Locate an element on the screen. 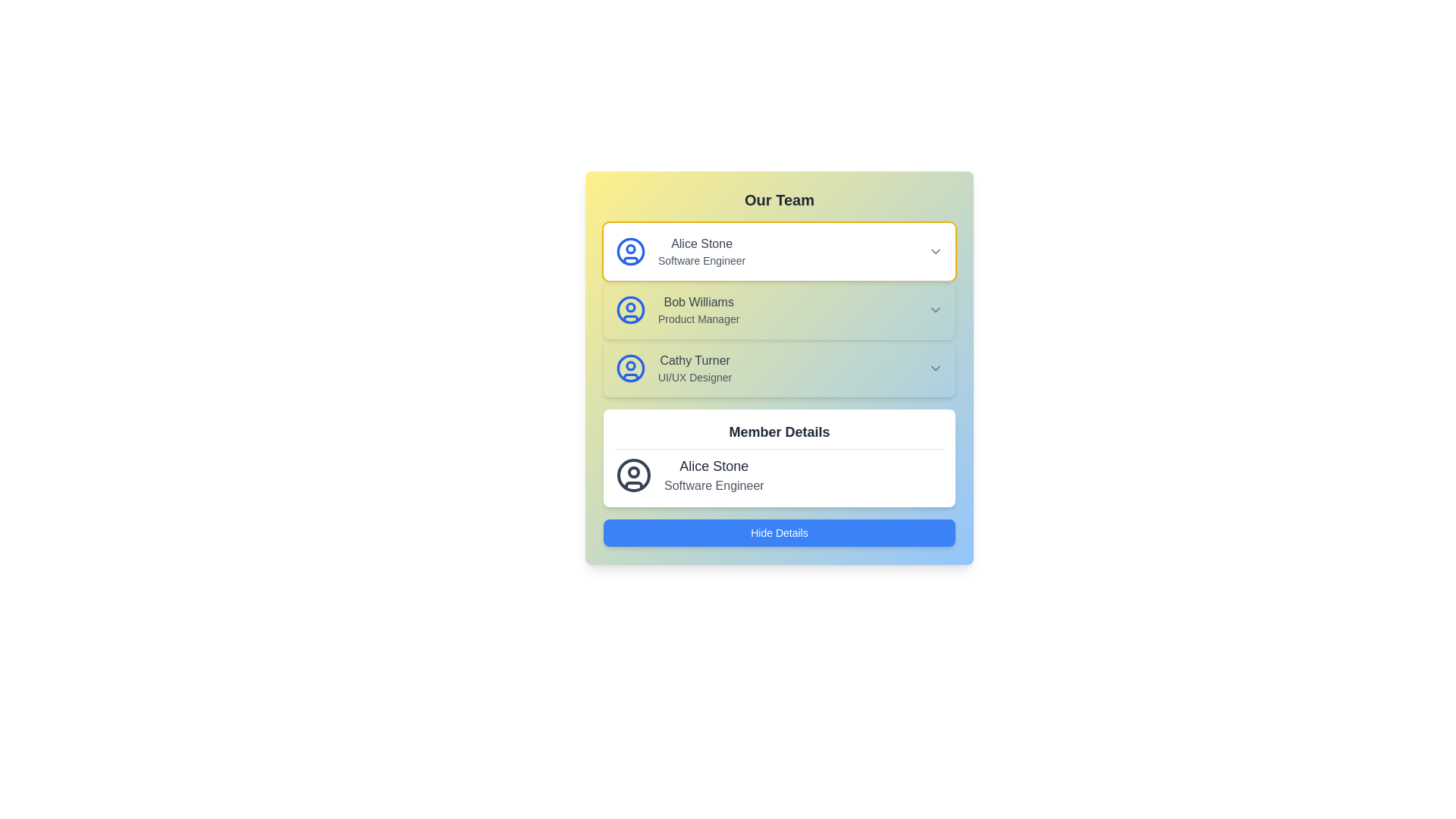 This screenshot has height=819, width=1456. text displayed for the team member below the header 'Our Team', specifically the second item which contains their name and job title is located at coordinates (698, 309).